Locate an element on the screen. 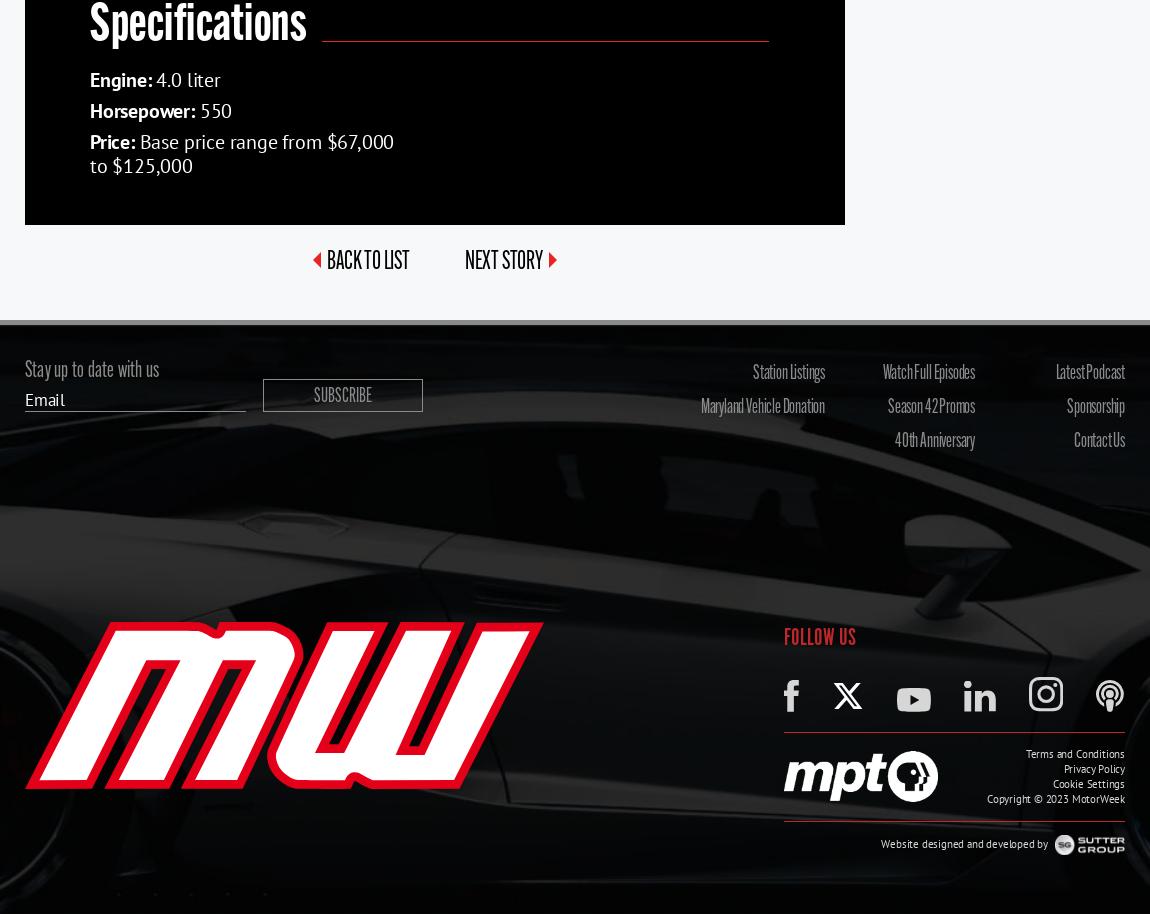 The width and height of the screenshot is (1150, 914). 'Engine:' is located at coordinates (89, 77).